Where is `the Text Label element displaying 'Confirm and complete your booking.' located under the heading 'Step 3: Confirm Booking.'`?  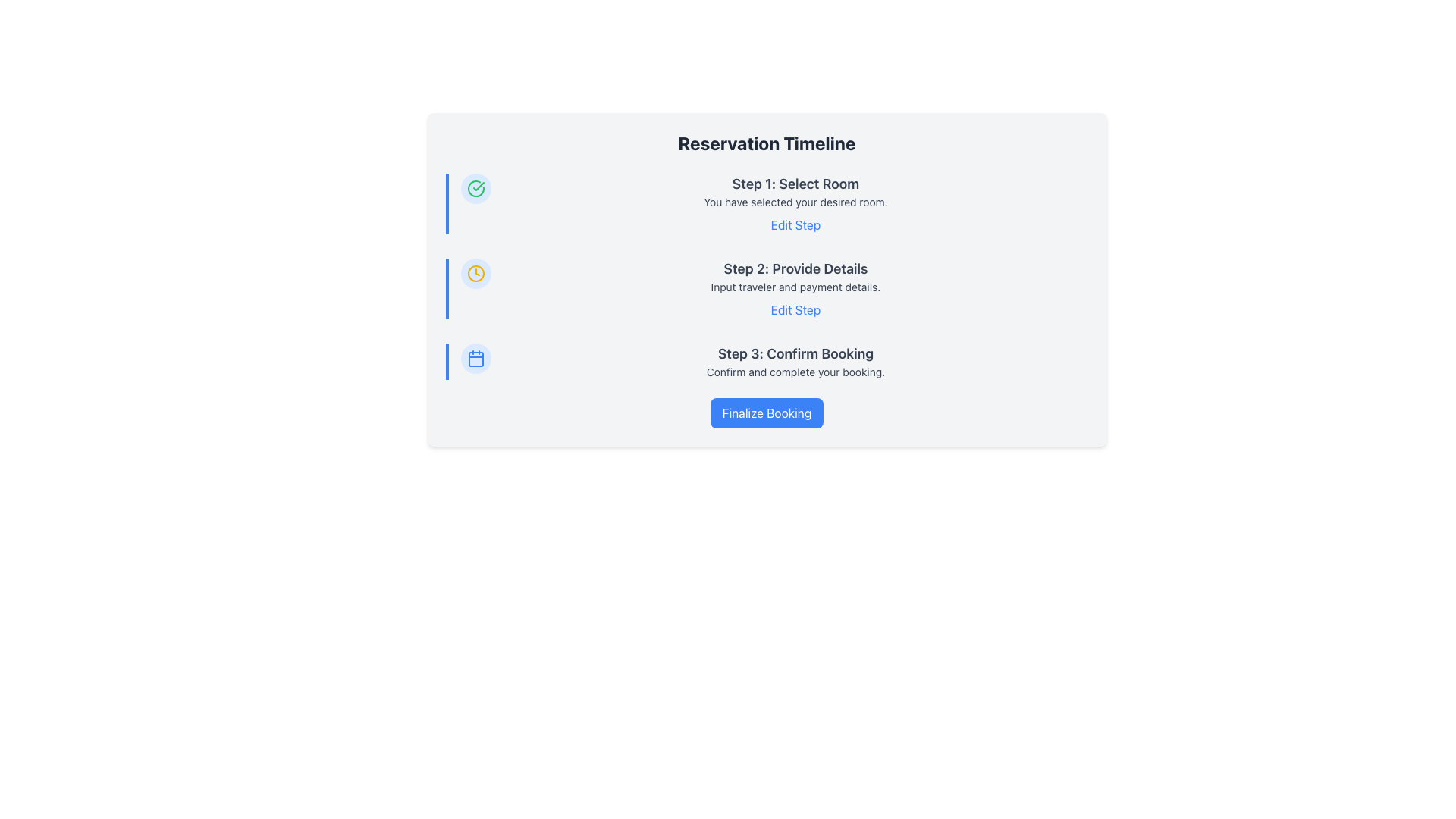
the Text Label element displaying 'Confirm and complete your booking.' located under the heading 'Step 3: Confirm Booking.' is located at coordinates (795, 372).